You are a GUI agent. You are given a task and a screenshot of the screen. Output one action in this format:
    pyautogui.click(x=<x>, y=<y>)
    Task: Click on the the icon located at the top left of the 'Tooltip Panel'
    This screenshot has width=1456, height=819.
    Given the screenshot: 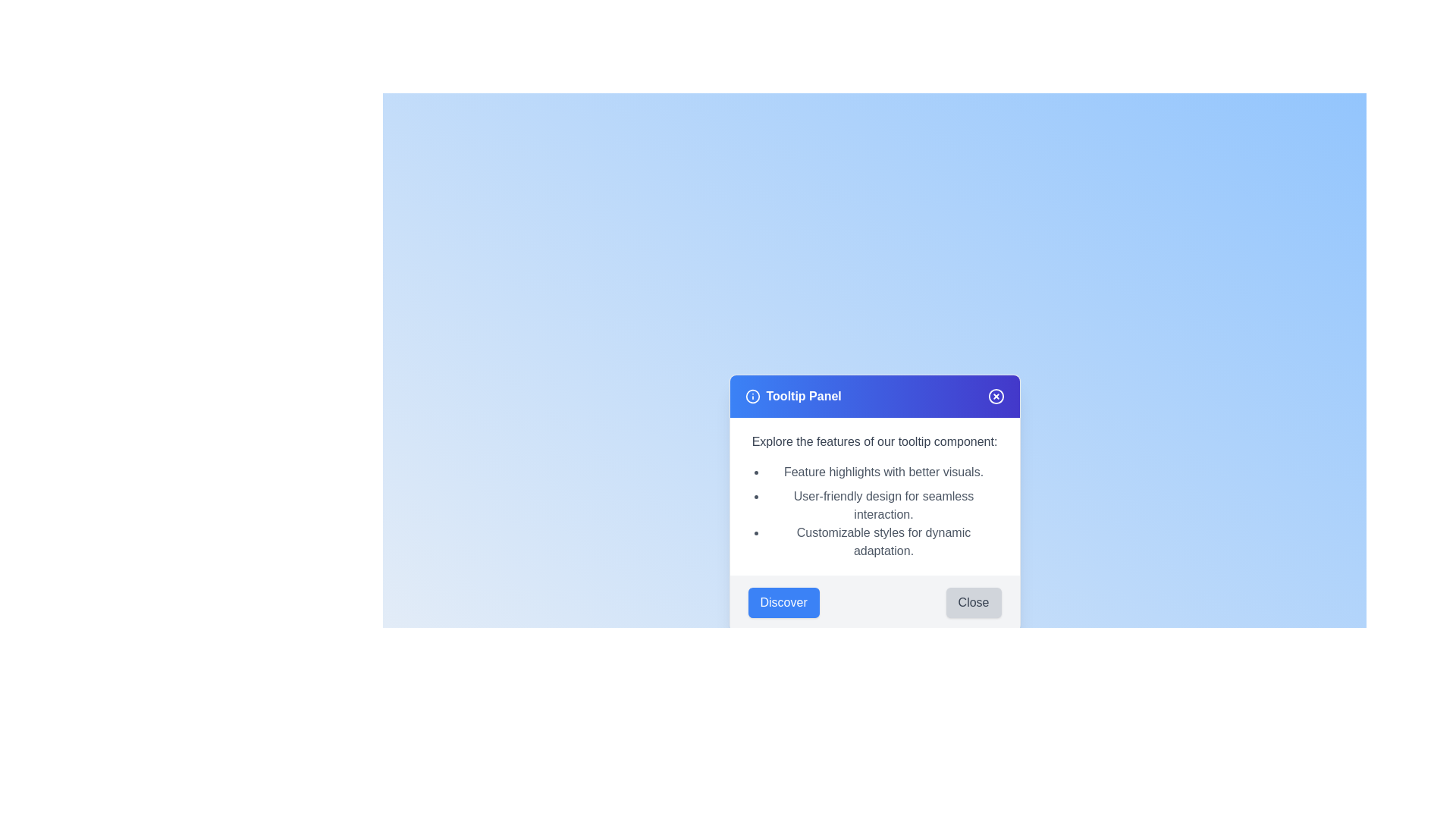 What is the action you would take?
    pyautogui.click(x=752, y=396)
    